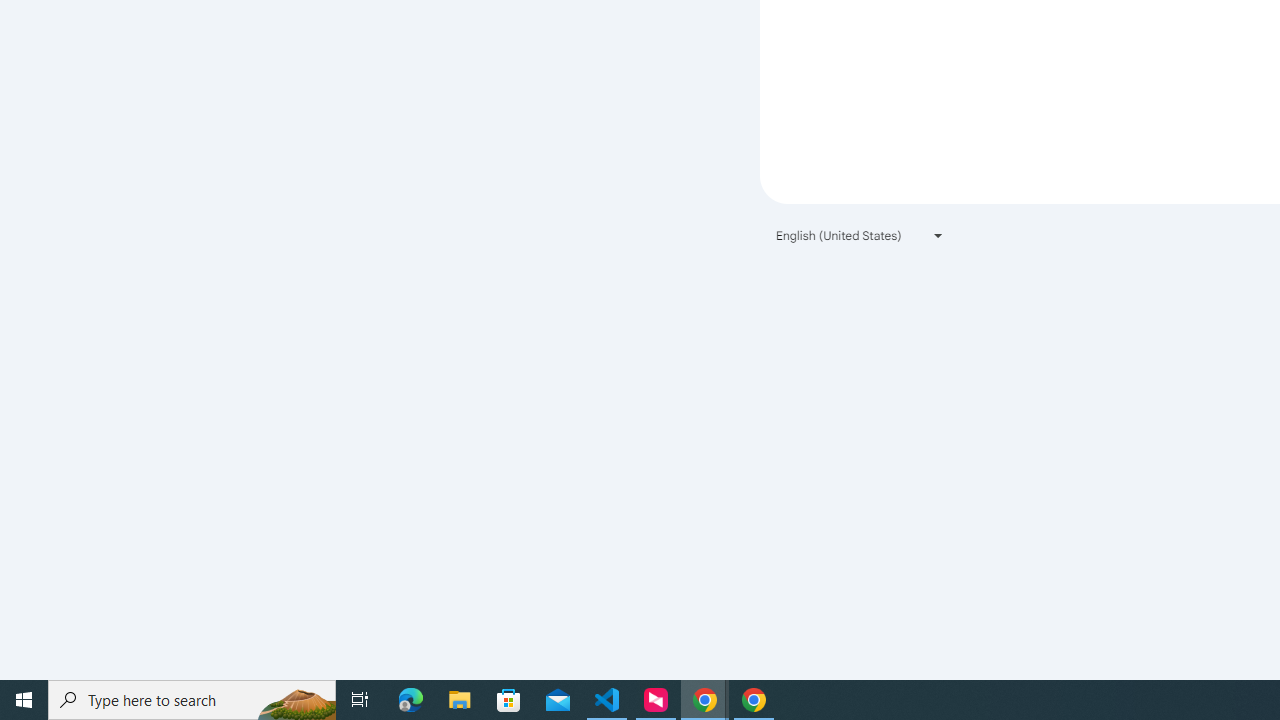 This screenshot has height=720, width=1280. What do you see at coordinates (860, 234) in the screenshot?
I see `'English (United States)'` at bounding box center [860, 234].